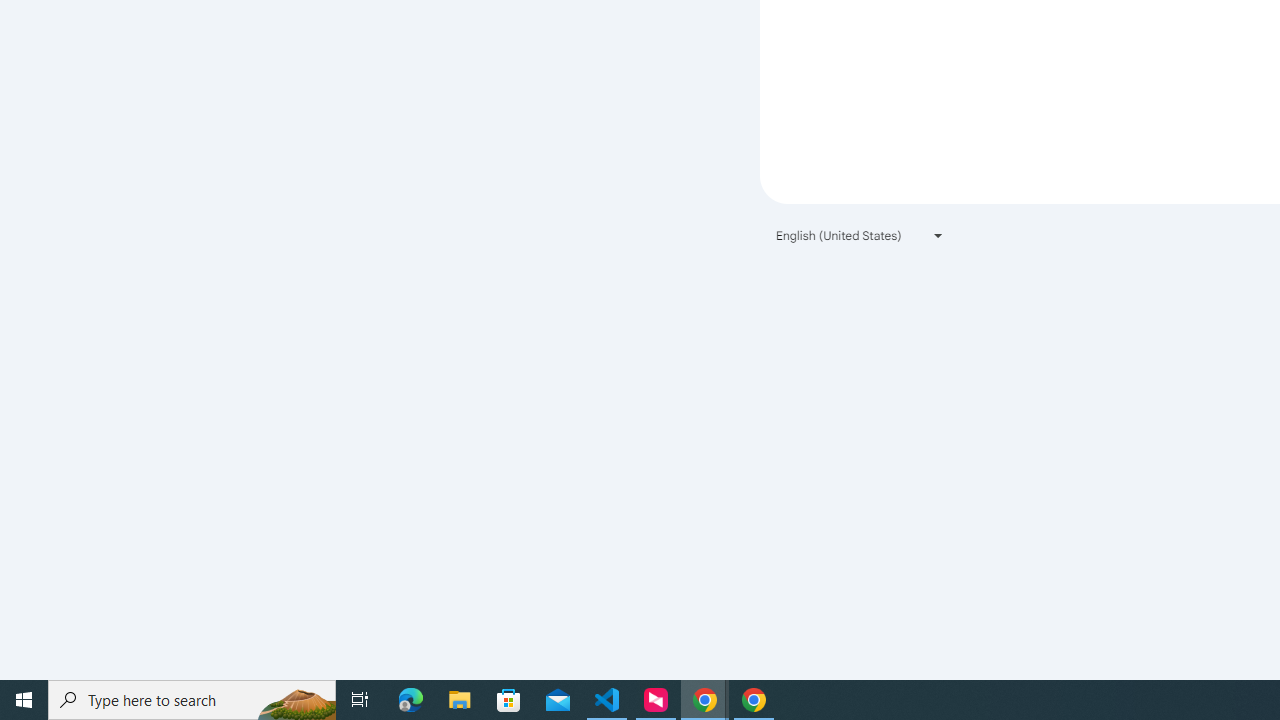 This screenshot has height=720, width=1280. What do you see at coordinates (860, 234) in the screenshot?
I see `'English (United States)'` at bounding box center [860, 234].